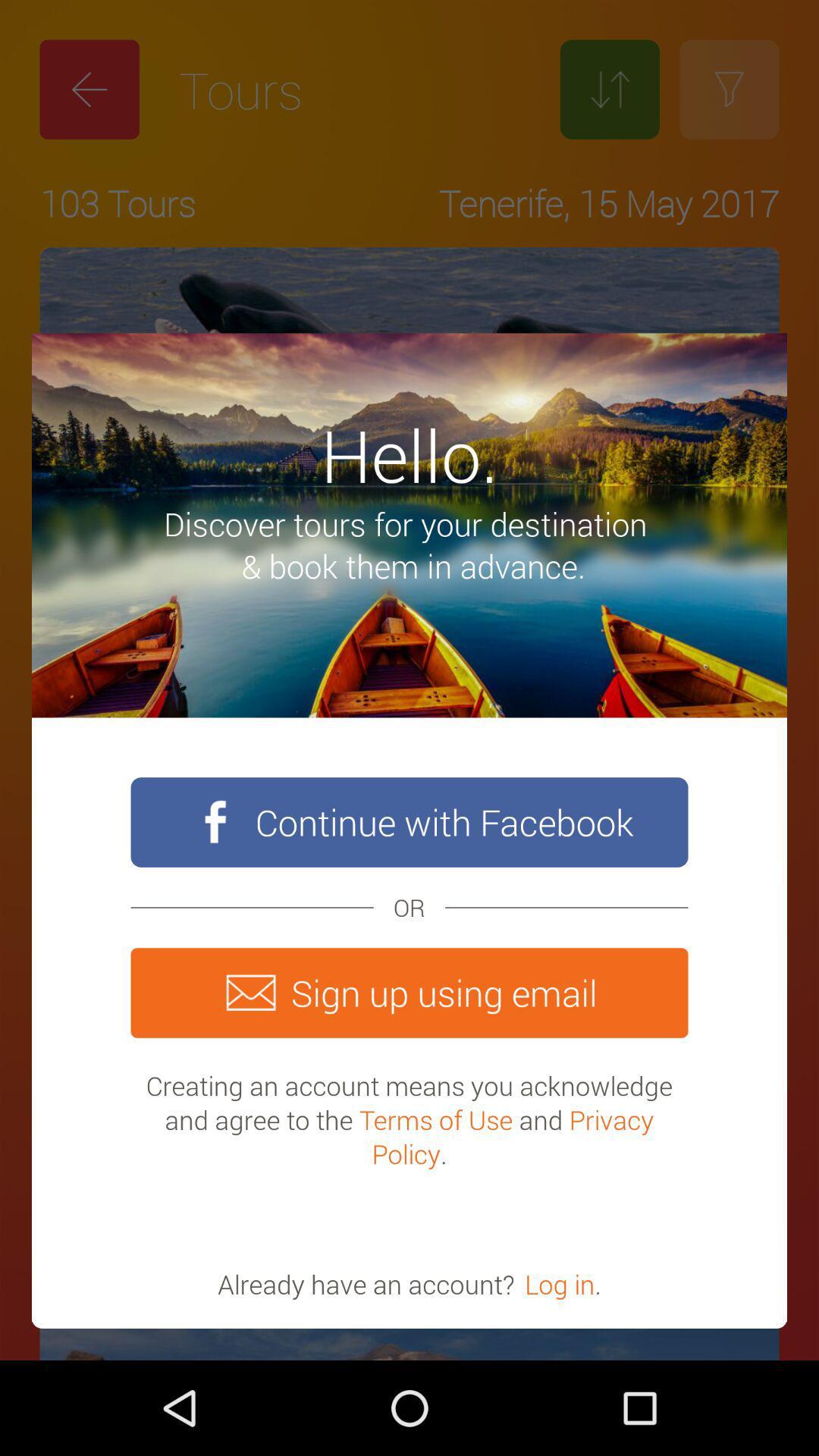 The image size is (819, 1456). What do you see at coordinates (560, 1283) in the screenshot?
I see `the log in` at bounding box center [560, 1283].